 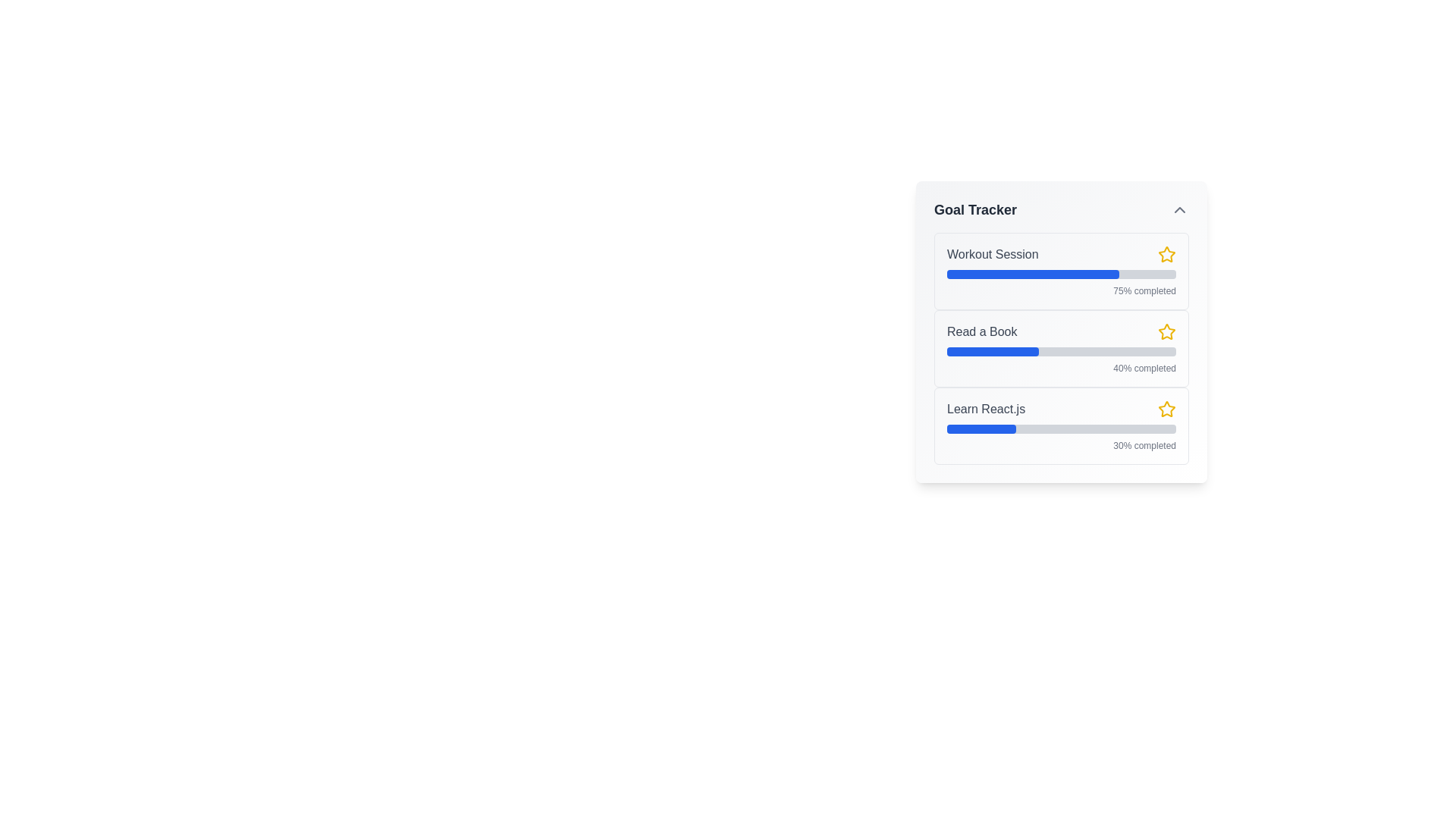 I want to click on the text label that serves as a header for the section below, indicating its functionality, so click(x=975, y=210).